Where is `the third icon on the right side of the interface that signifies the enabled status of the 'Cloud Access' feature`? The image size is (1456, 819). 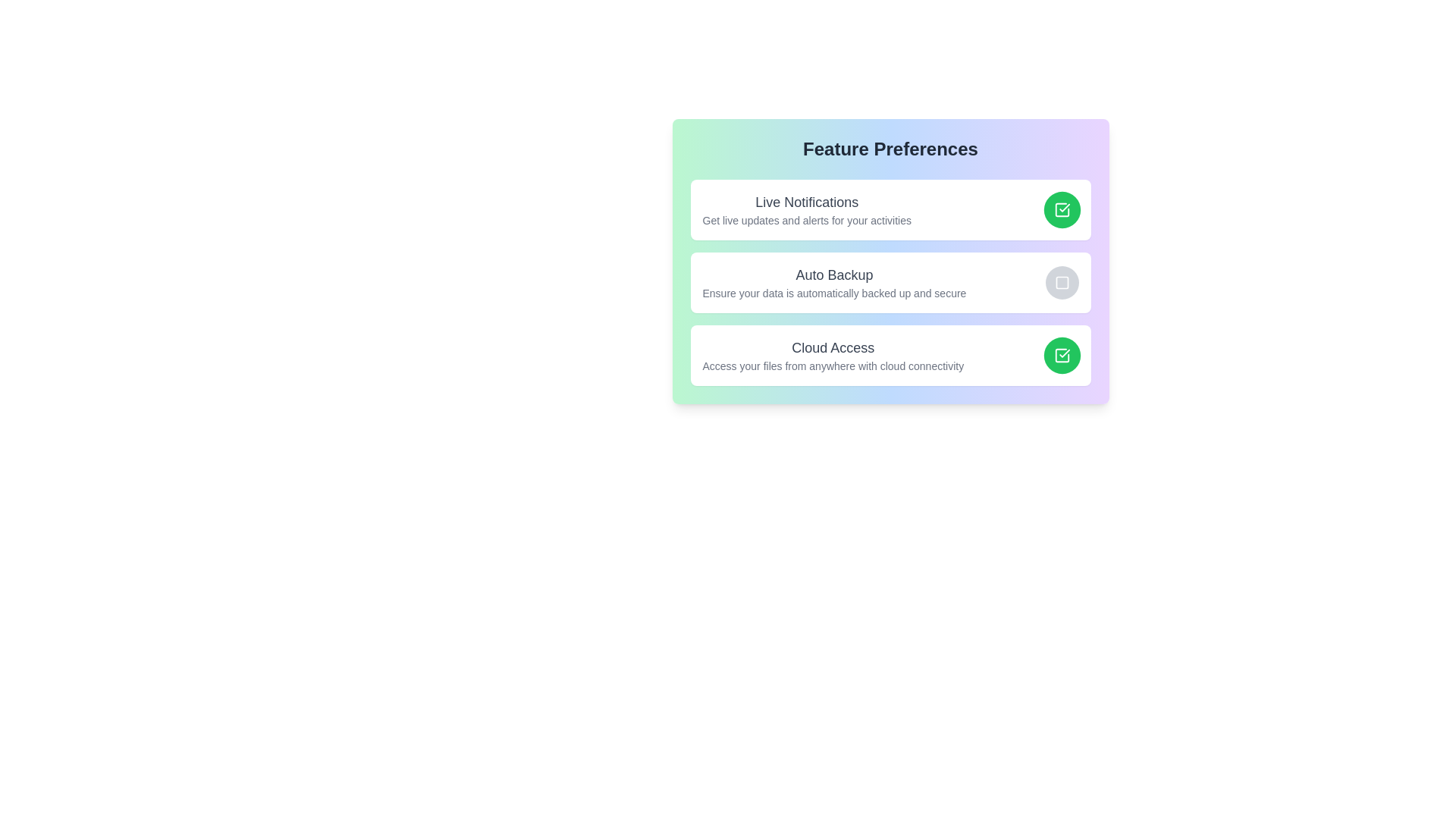 the third icon on the right side of the interface that signifies the enabled status of the 'Cloud Access' feature is located at coordinates (1061, 356).